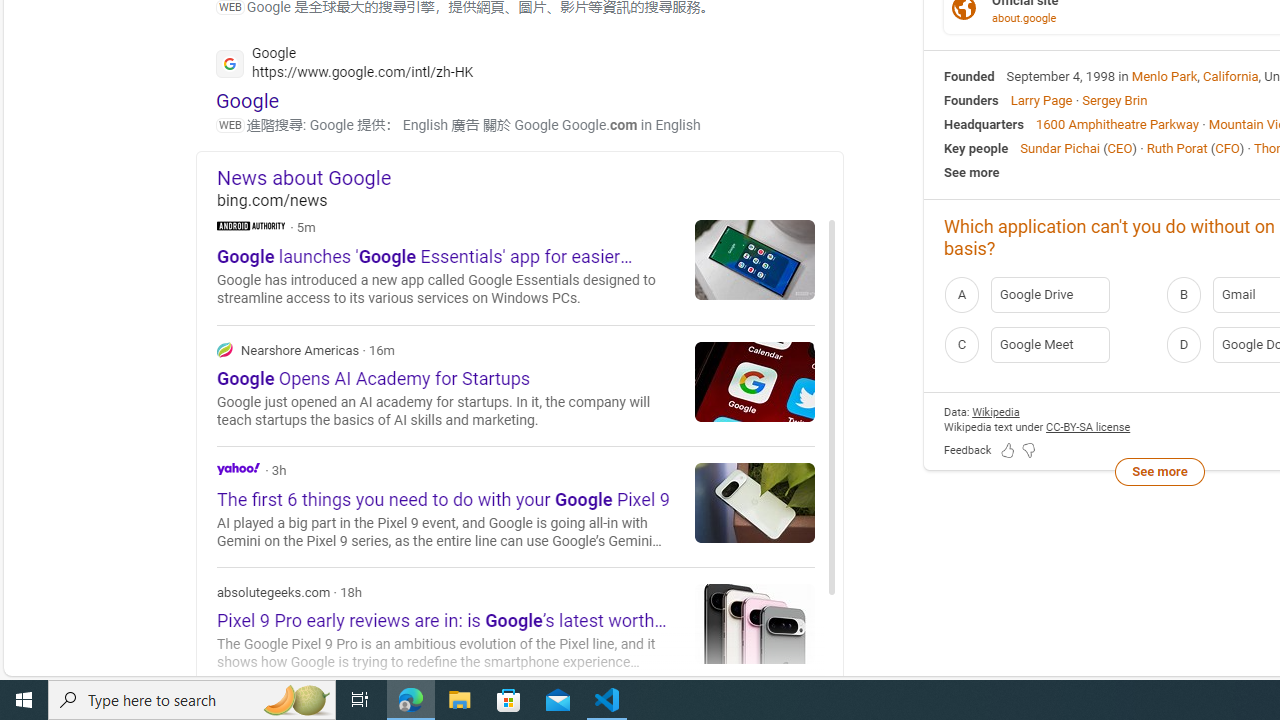 The width and height of the screenshot is (1280, 720). What do you see at coordinates (1040, 100) in the screenshot?
I see `'Larry Page'` at bounding box center [1040, 100].